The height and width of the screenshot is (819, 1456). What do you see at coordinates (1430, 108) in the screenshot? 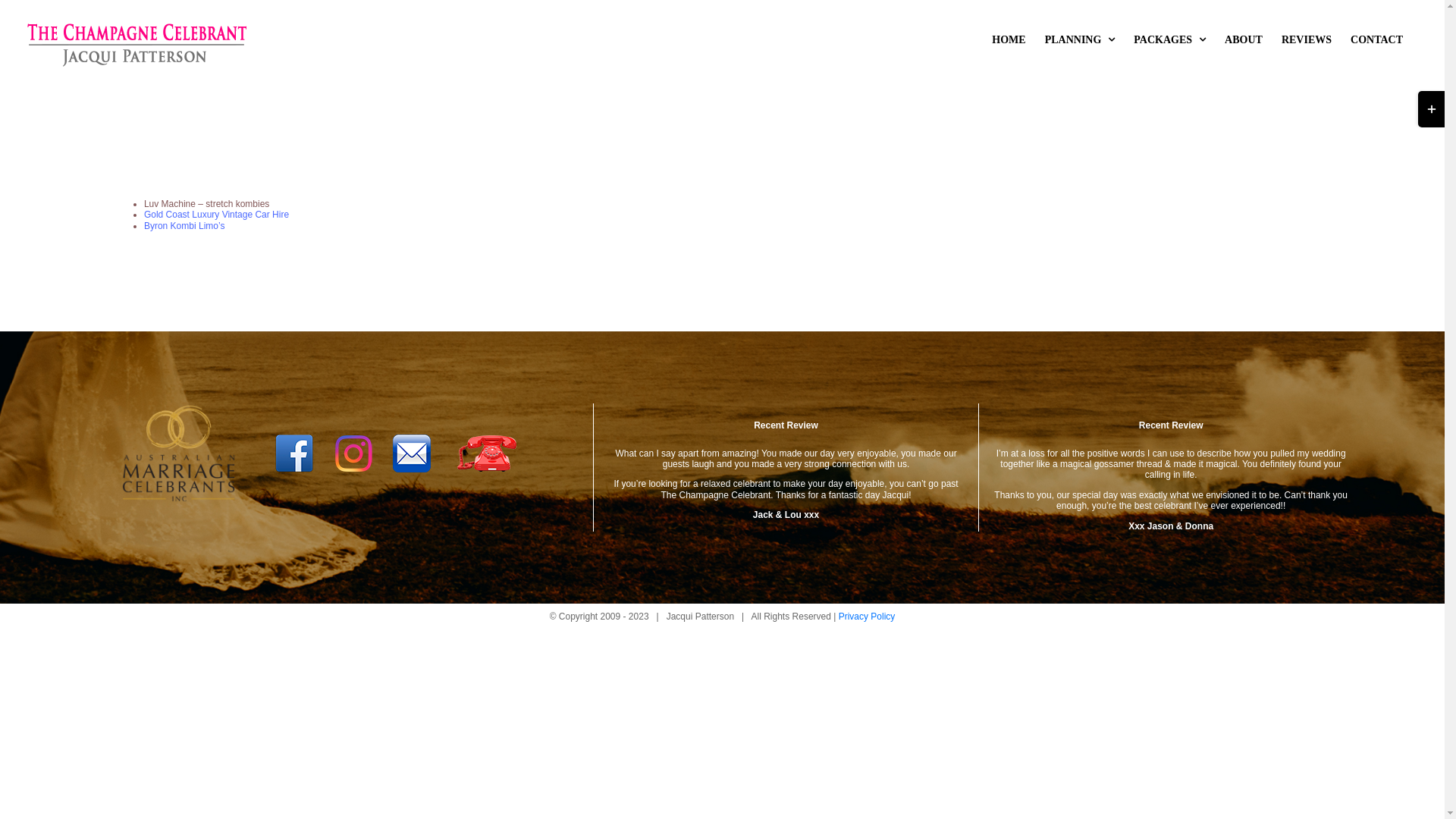
I see `'Toggle Sliding Bar Area'` at bounding box center [1430, 108].